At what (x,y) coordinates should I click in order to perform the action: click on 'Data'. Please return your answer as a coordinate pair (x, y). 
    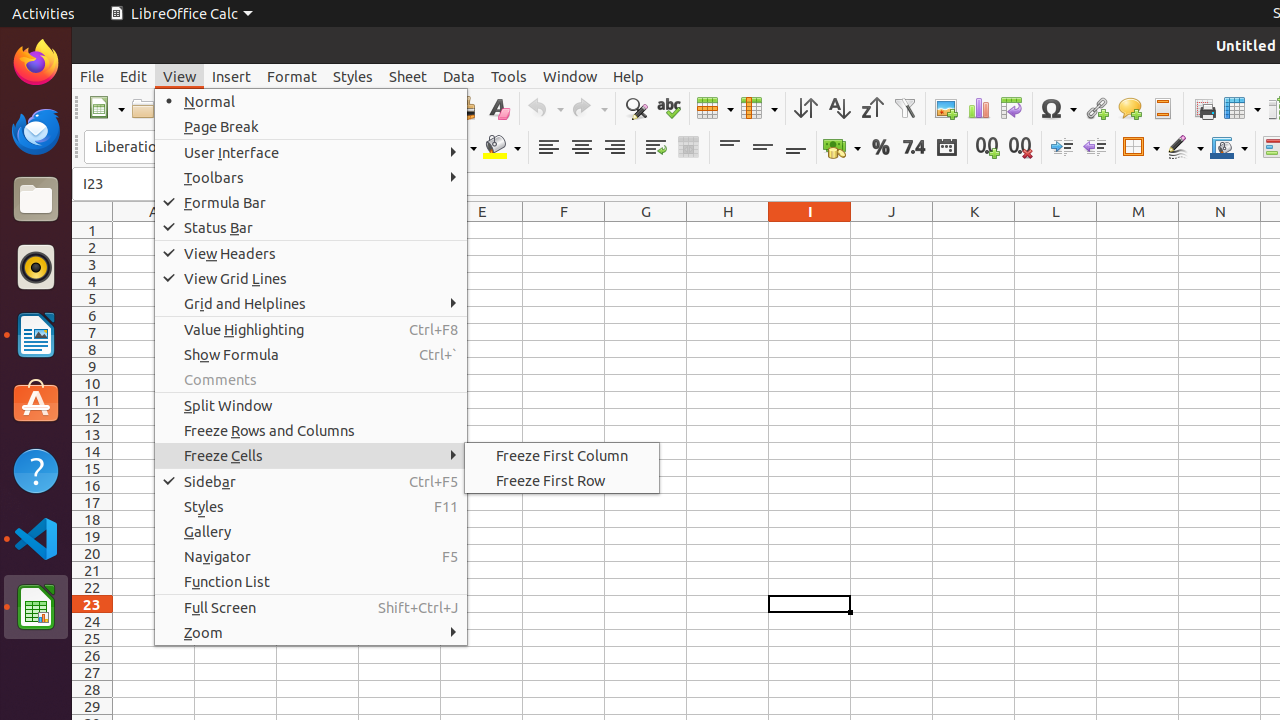
    Looking at the image, I should click on (458, 75).